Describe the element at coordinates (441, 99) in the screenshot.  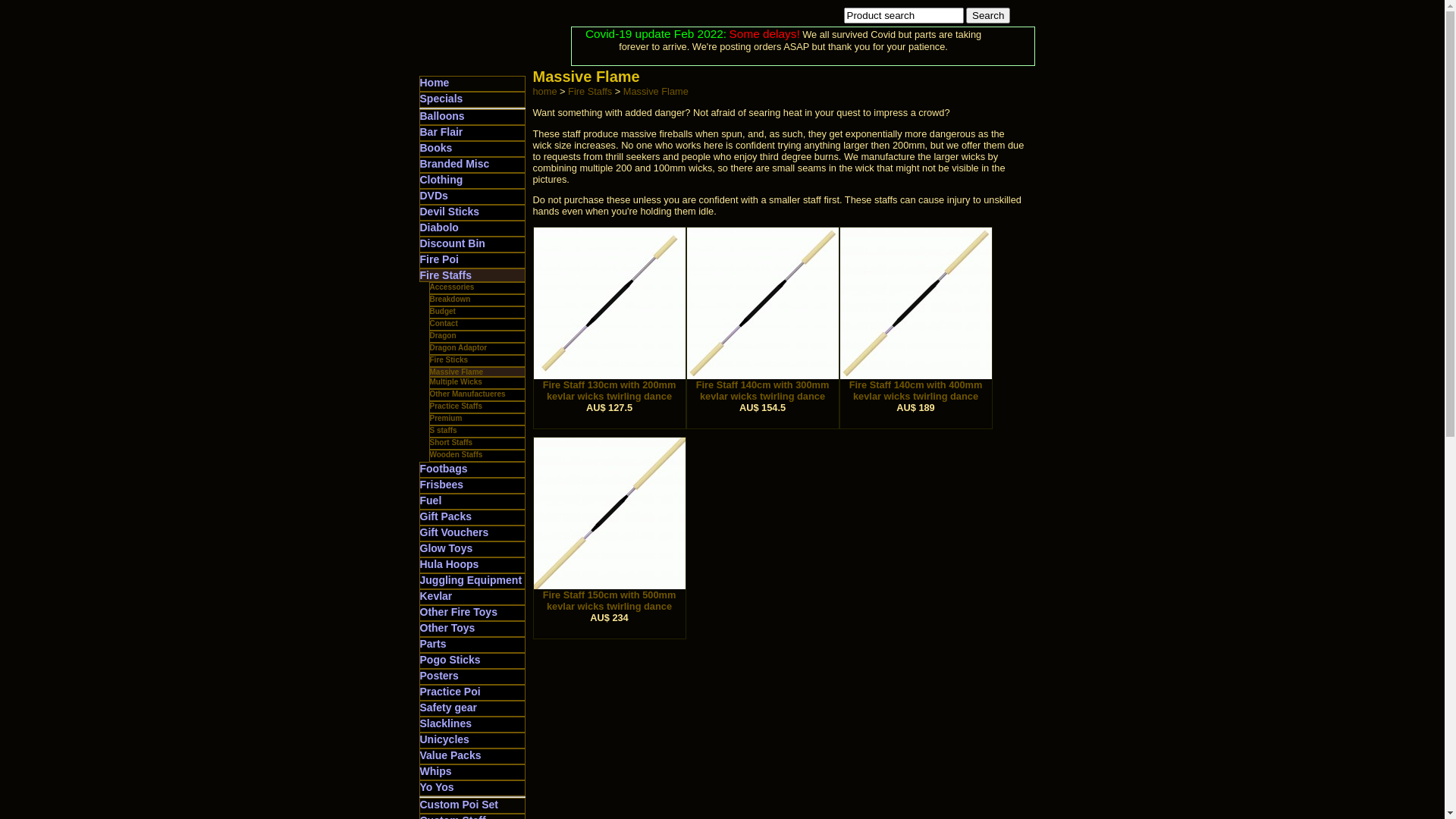
I see `'Specials'` at that location.